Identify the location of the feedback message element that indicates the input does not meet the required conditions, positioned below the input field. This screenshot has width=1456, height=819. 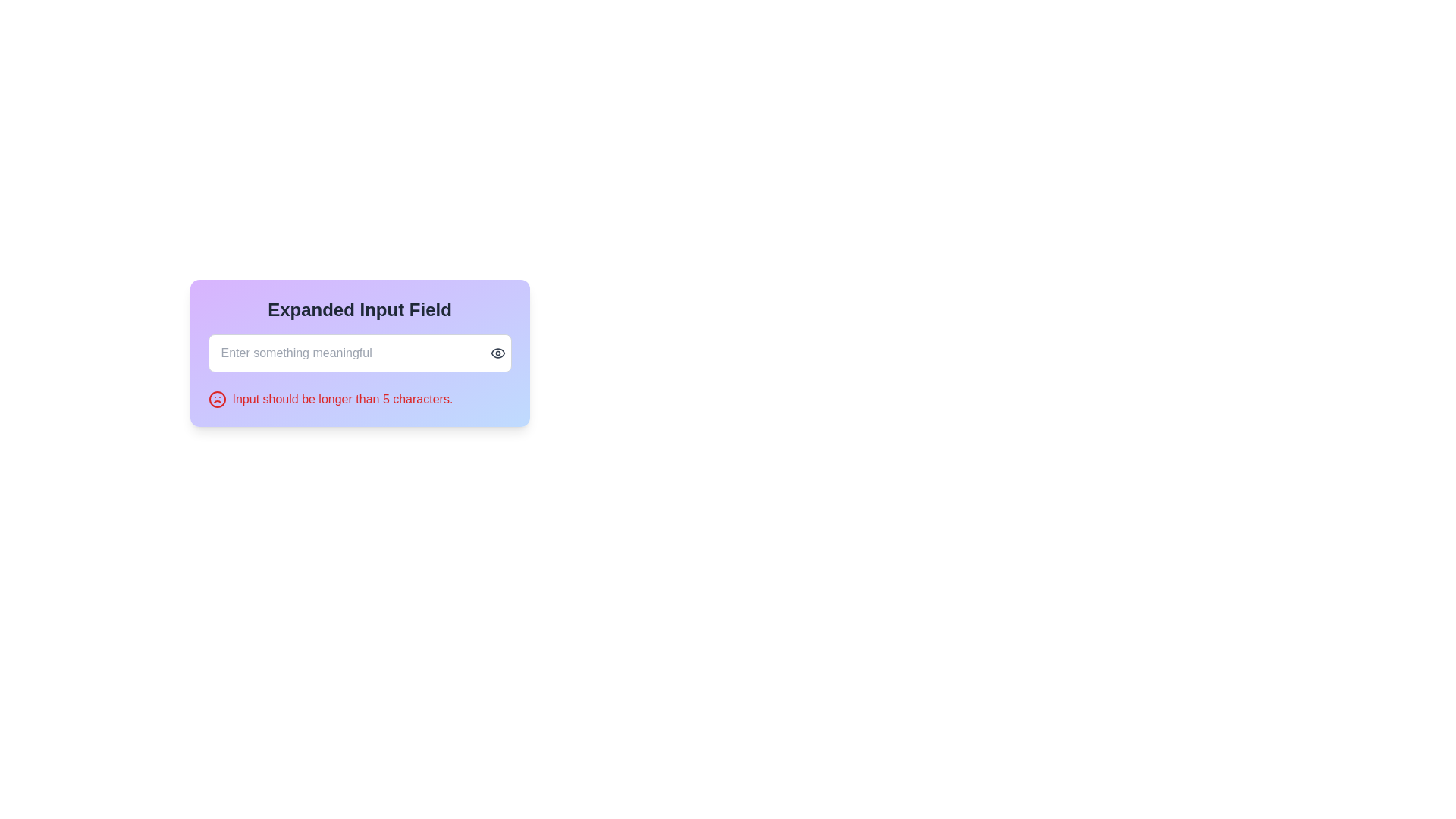
(359, 399).